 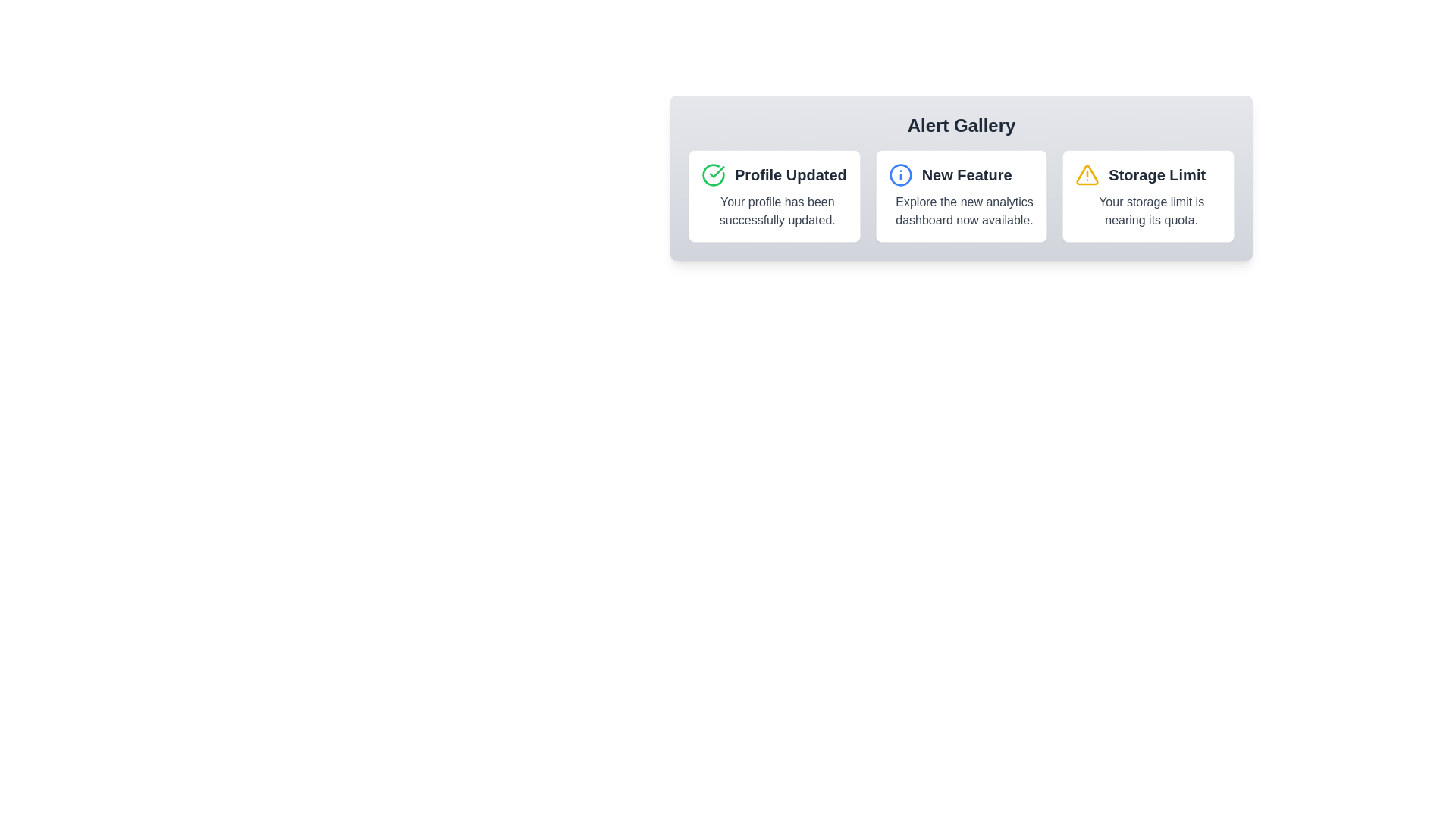 I want to click on the text label displaying 'Profile Updated', which is located under the header 'Alert Gallery' and is positioned to the right of a green check mark icon, so click(x=789, y=174).